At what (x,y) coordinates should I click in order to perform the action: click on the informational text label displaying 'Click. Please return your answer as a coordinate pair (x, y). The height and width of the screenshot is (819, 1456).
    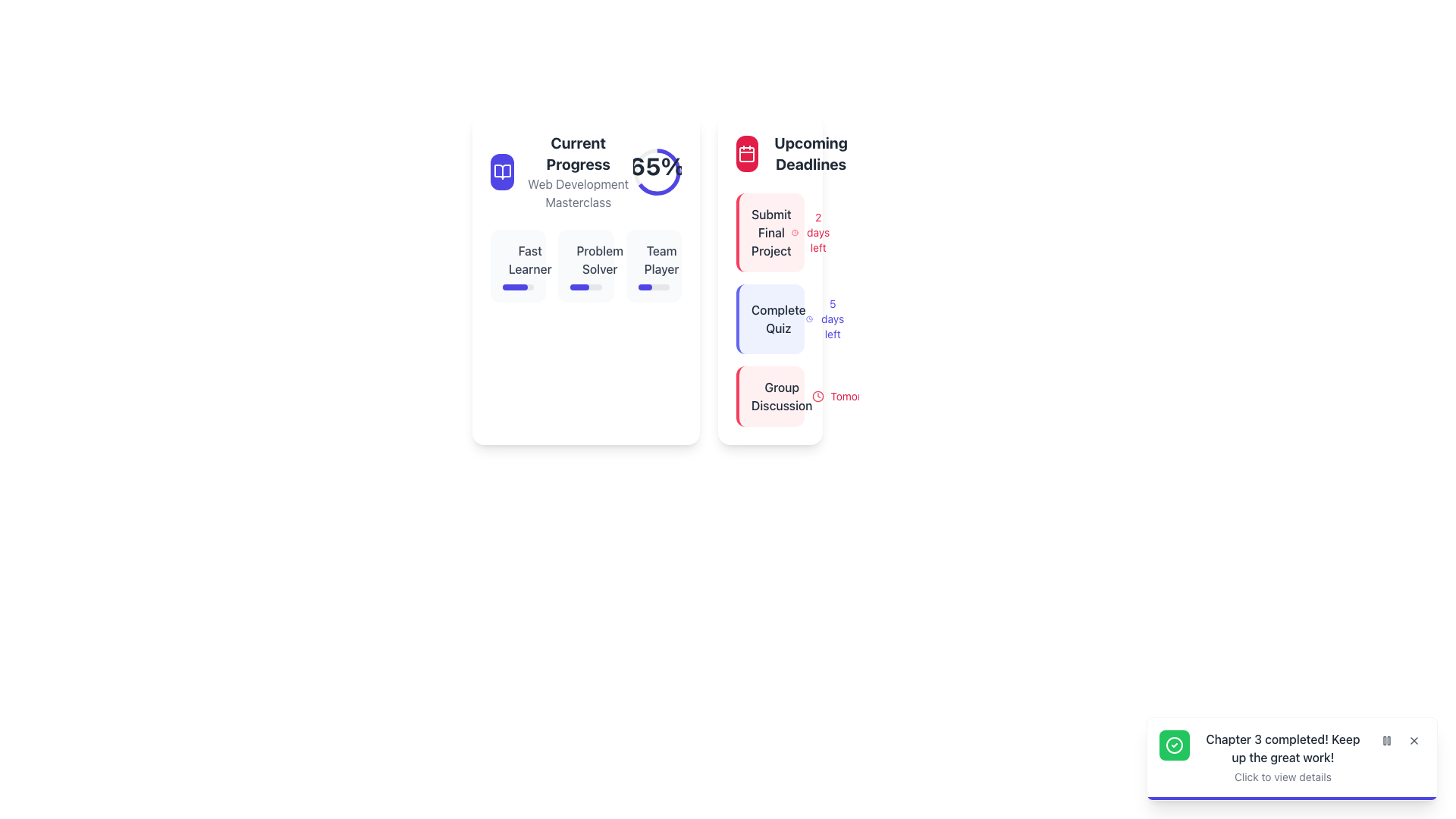
    Looking at the image, I should click on (1282, 777).